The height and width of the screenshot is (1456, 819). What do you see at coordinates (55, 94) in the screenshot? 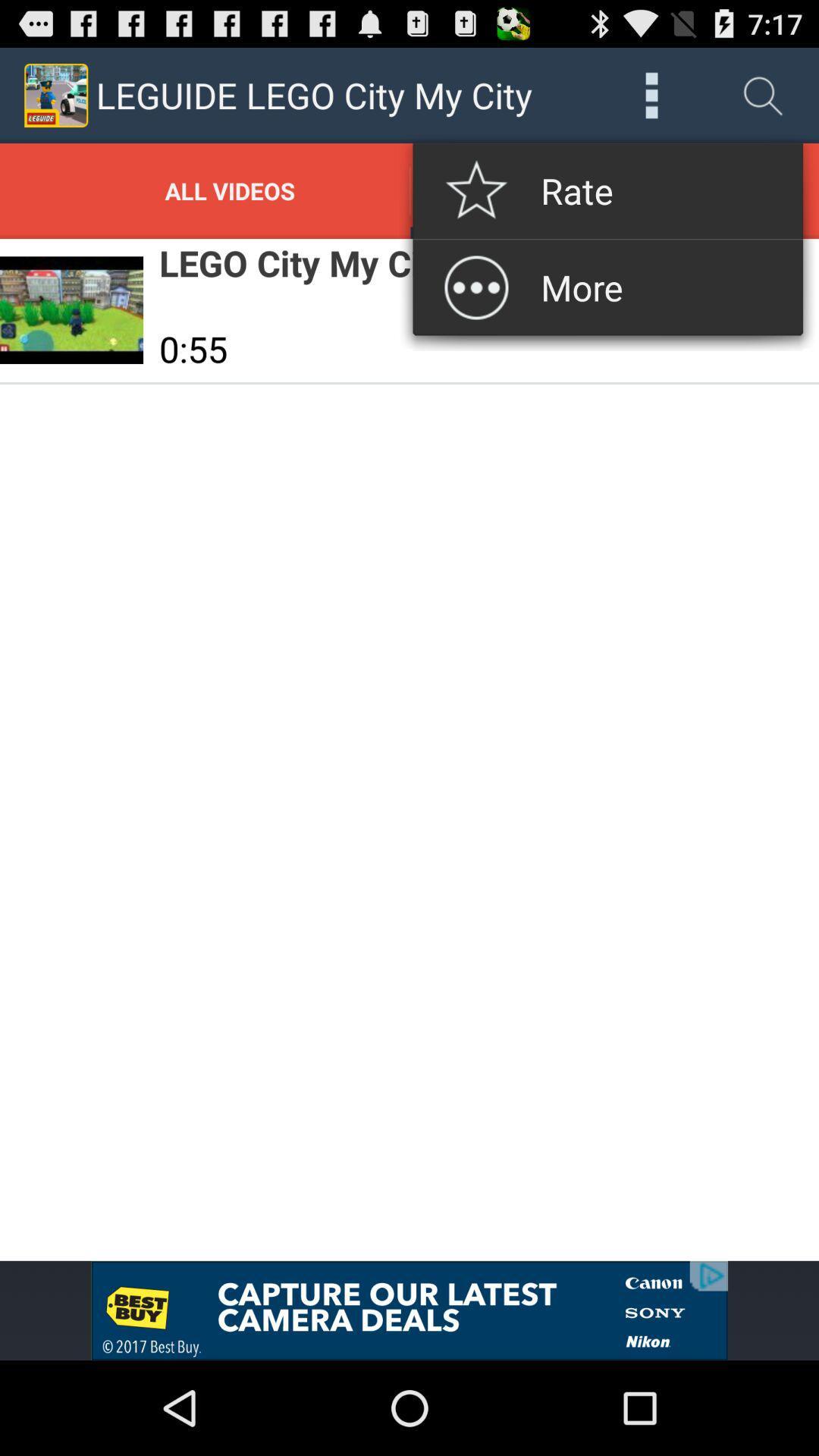
I see `top left` at bounding box center [55, 94].